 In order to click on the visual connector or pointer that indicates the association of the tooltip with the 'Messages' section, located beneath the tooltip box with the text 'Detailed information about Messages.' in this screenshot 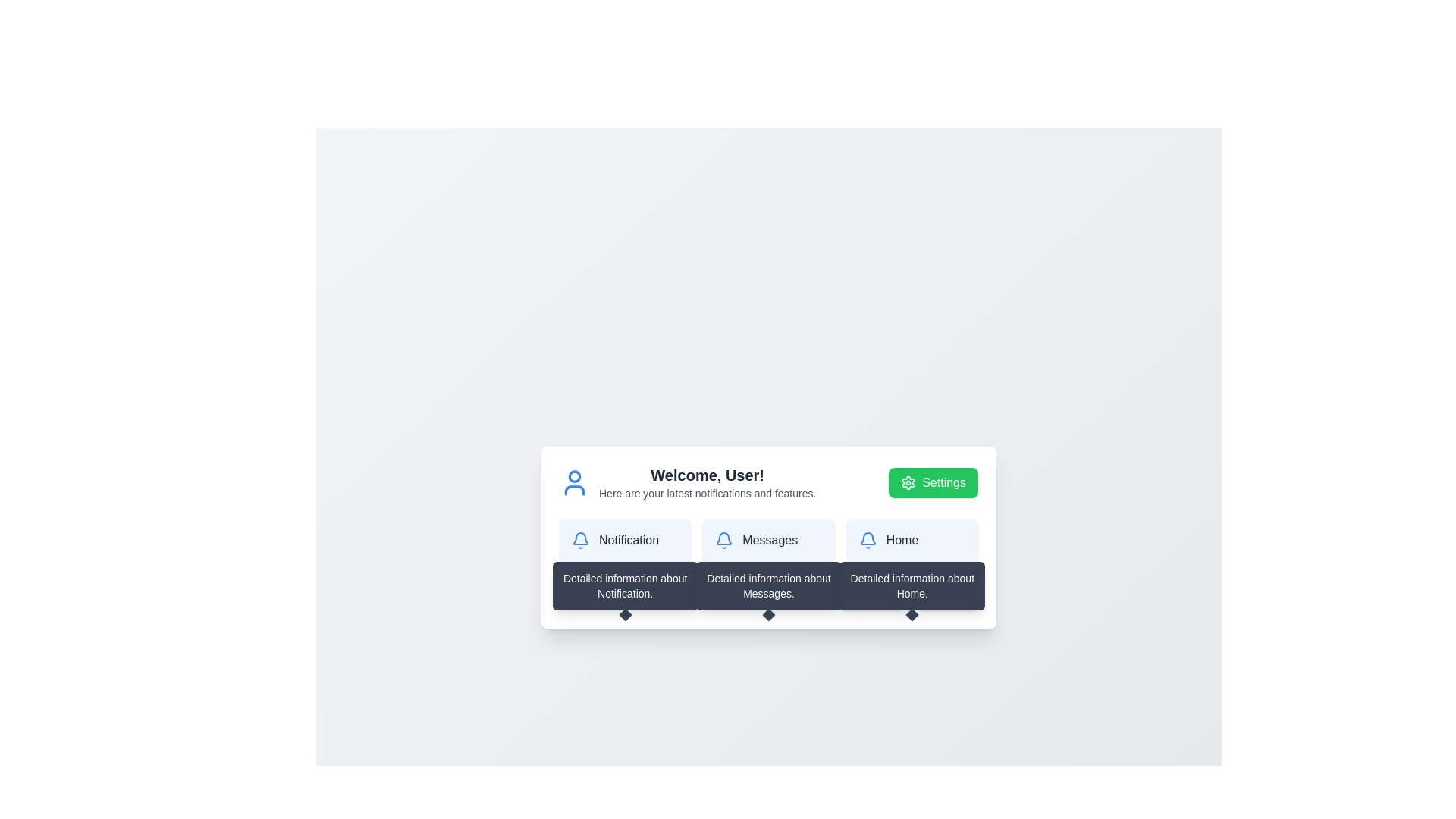, I will do `click(768, 614)`.